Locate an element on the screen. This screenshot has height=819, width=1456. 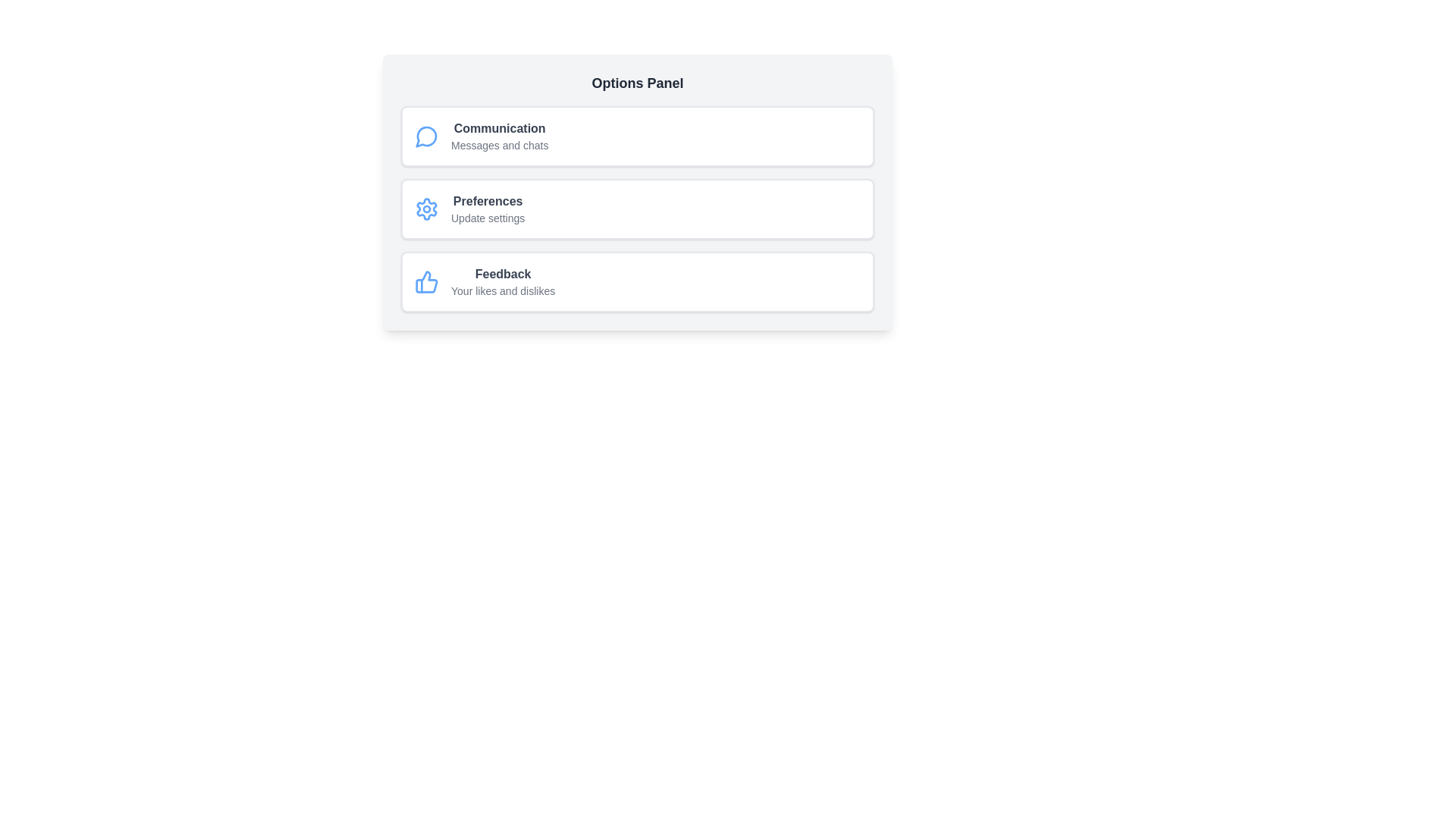
the list item corresponding to Communication is located at coordinates (637, 136).